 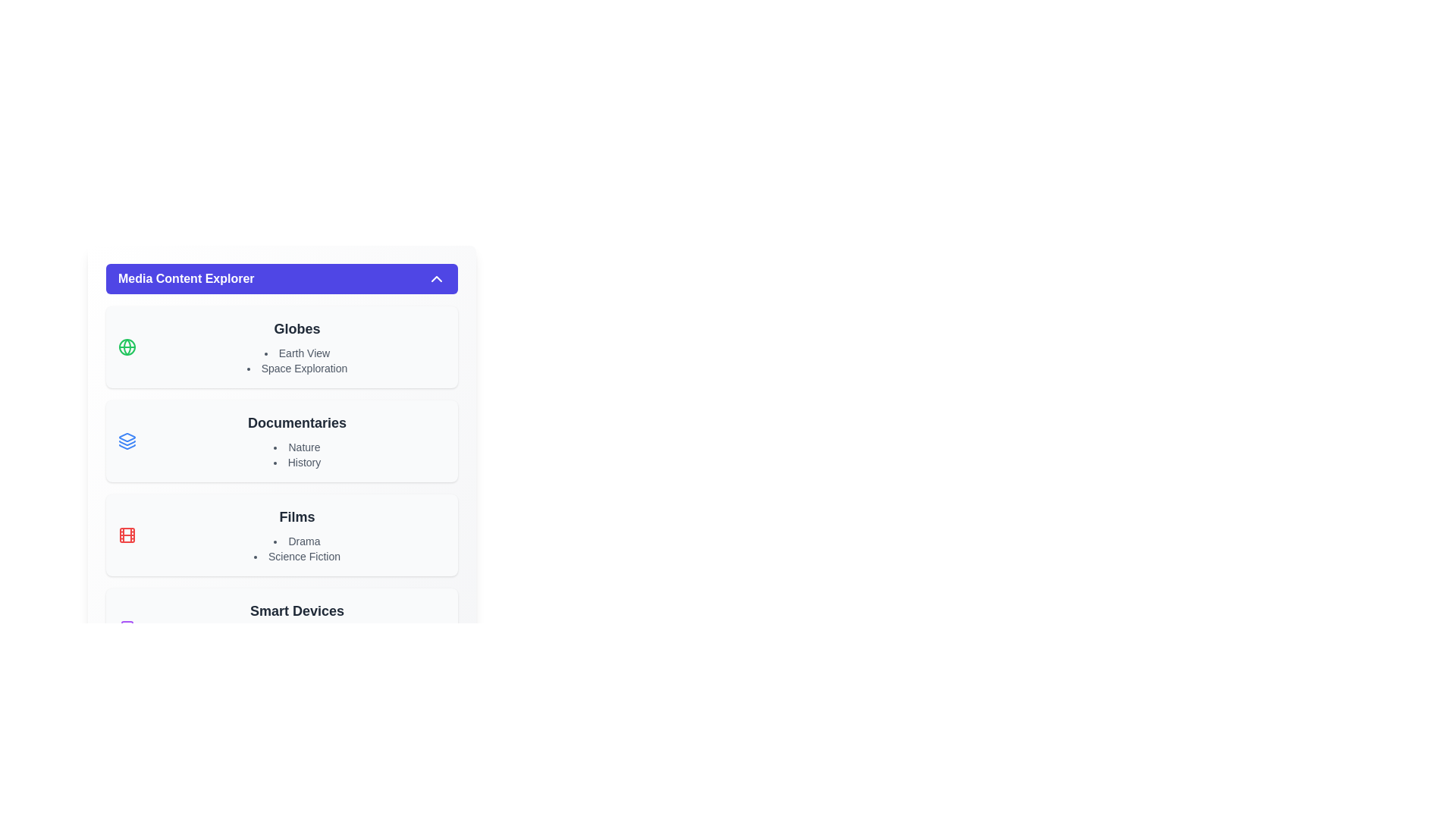 I want to click on to select the list item representing the category 'Space Exploration', which is the second item in the list under the heading 'Globes', so click(x=297, y=369).